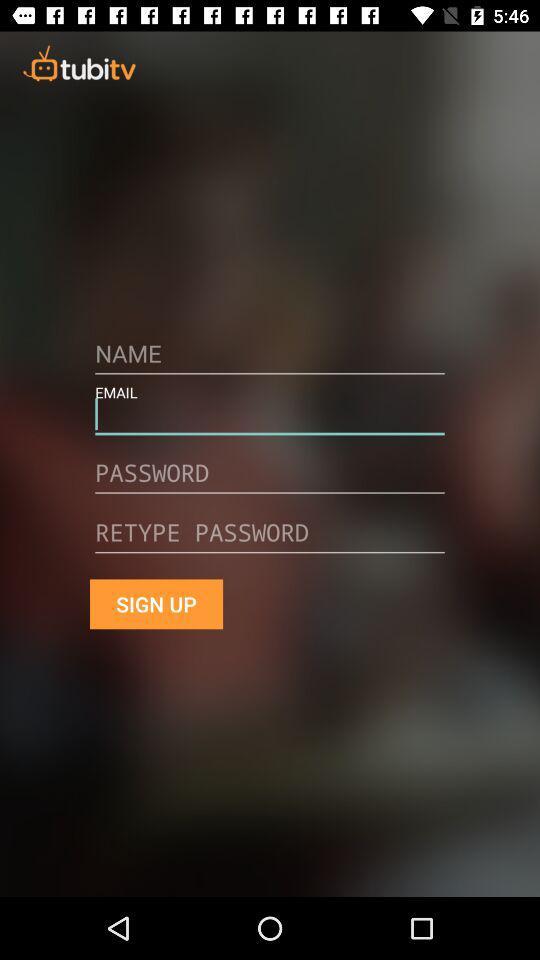 This screenshot has height=960, width=540. Describe the element at coordinates (270, 480) in the screenshot. I see `use the password` at that location.